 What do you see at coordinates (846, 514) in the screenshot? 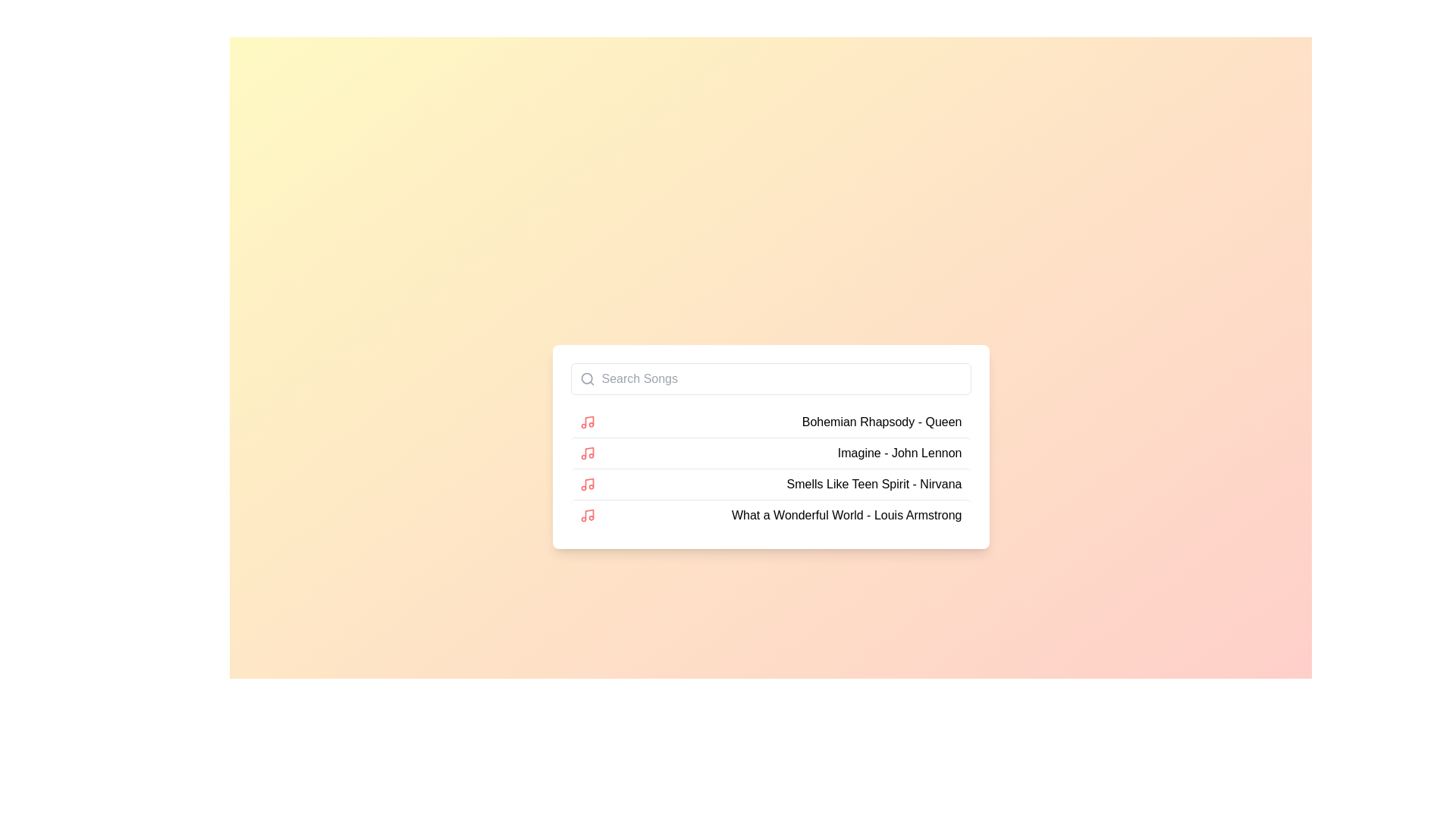
I see `the static informational text displaying 'What a Wonderful World - Louis Armstrong' in bold, black font, which is the last item in a vertical list of similar elements` at bounding box center [846, 514].